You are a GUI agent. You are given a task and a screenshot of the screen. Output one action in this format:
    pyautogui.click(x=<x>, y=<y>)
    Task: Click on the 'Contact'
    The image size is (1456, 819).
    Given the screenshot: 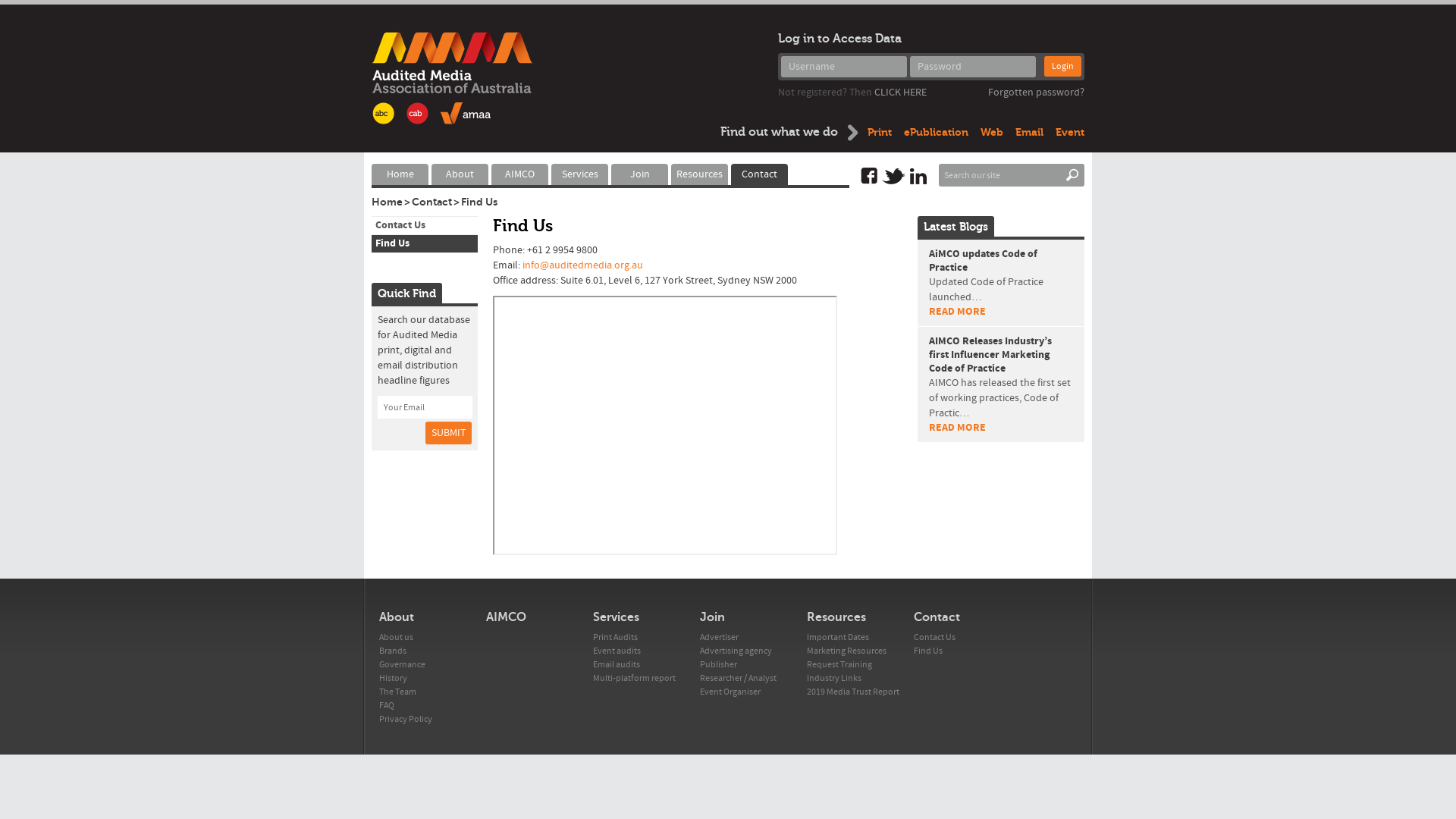 What is the action you would take?
    pyautogui.click(x=759, y=174)
    